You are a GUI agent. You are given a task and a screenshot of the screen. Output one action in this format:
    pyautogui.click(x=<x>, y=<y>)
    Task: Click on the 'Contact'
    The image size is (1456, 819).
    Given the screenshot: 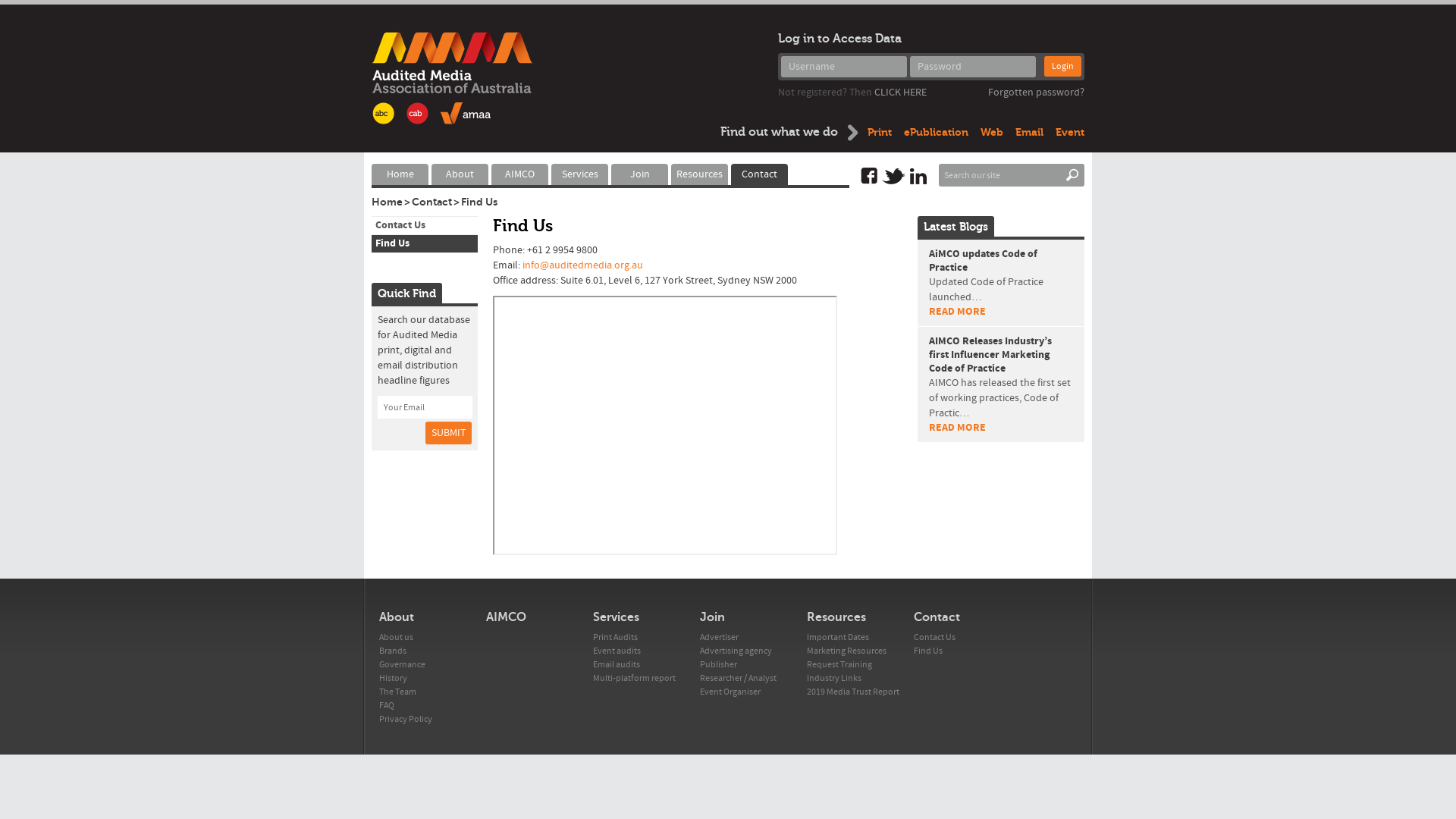 What is the action you would take?
    pyautogui.click(x=759, y=174)
    